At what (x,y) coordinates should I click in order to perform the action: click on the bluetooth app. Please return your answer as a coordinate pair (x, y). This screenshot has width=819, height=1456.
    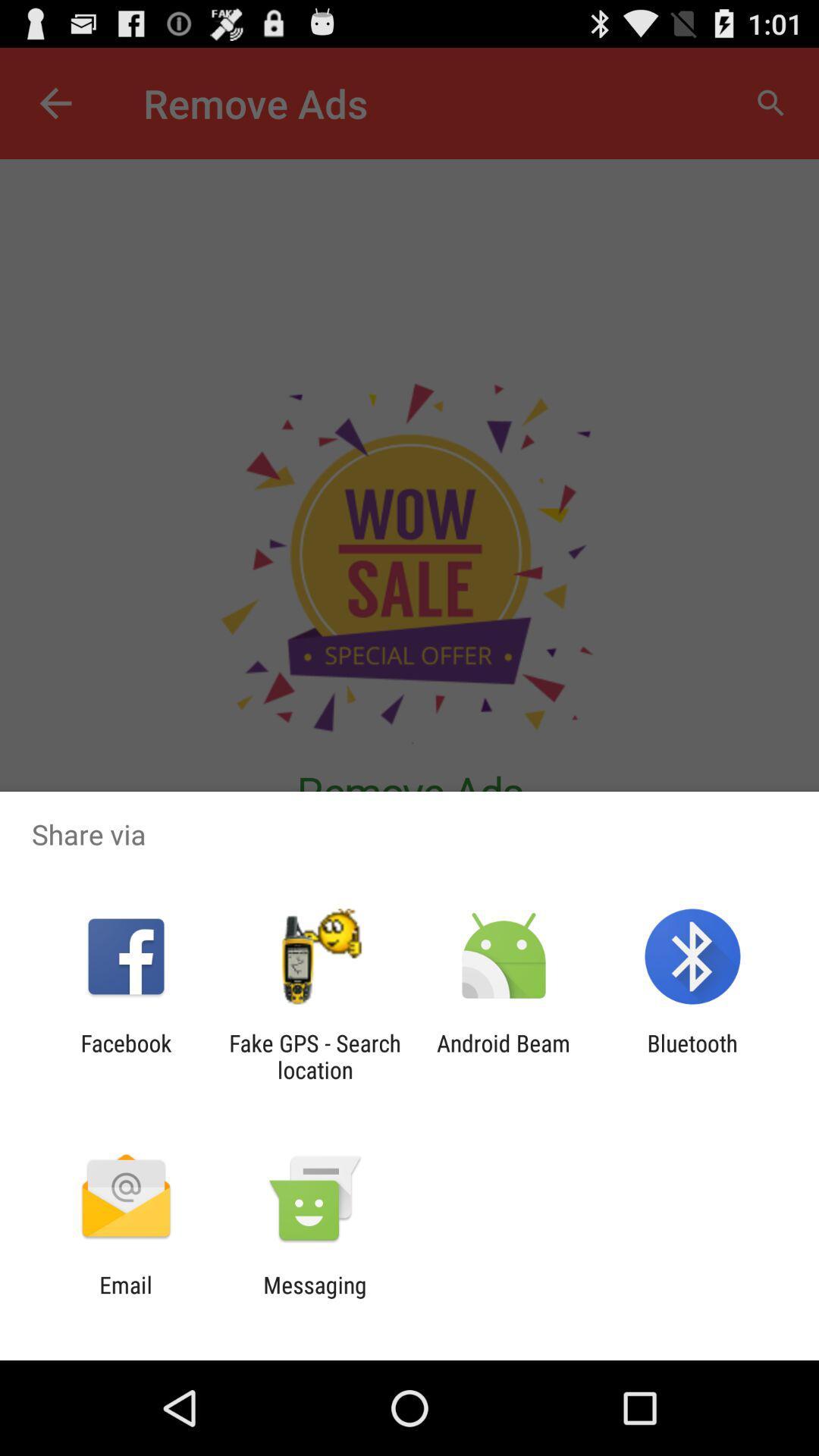
    Looking at the image, I should click on (692, 1056).